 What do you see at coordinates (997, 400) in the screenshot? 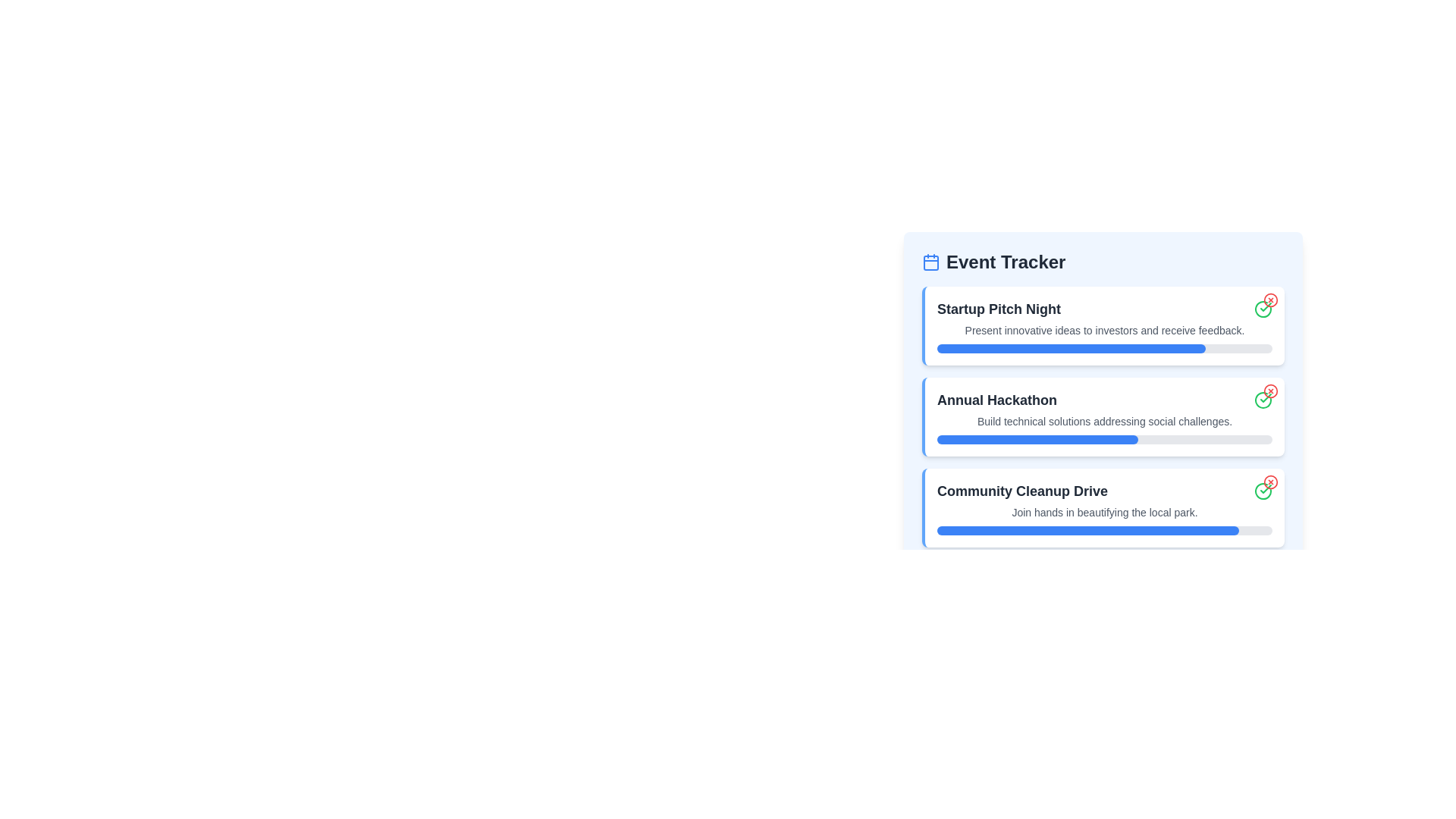
I see `text label displaying 'Annual Hackathon' in bold and large font, located in the middle section of the 'Event Tracker' widget` at bounding box center [997, 400].